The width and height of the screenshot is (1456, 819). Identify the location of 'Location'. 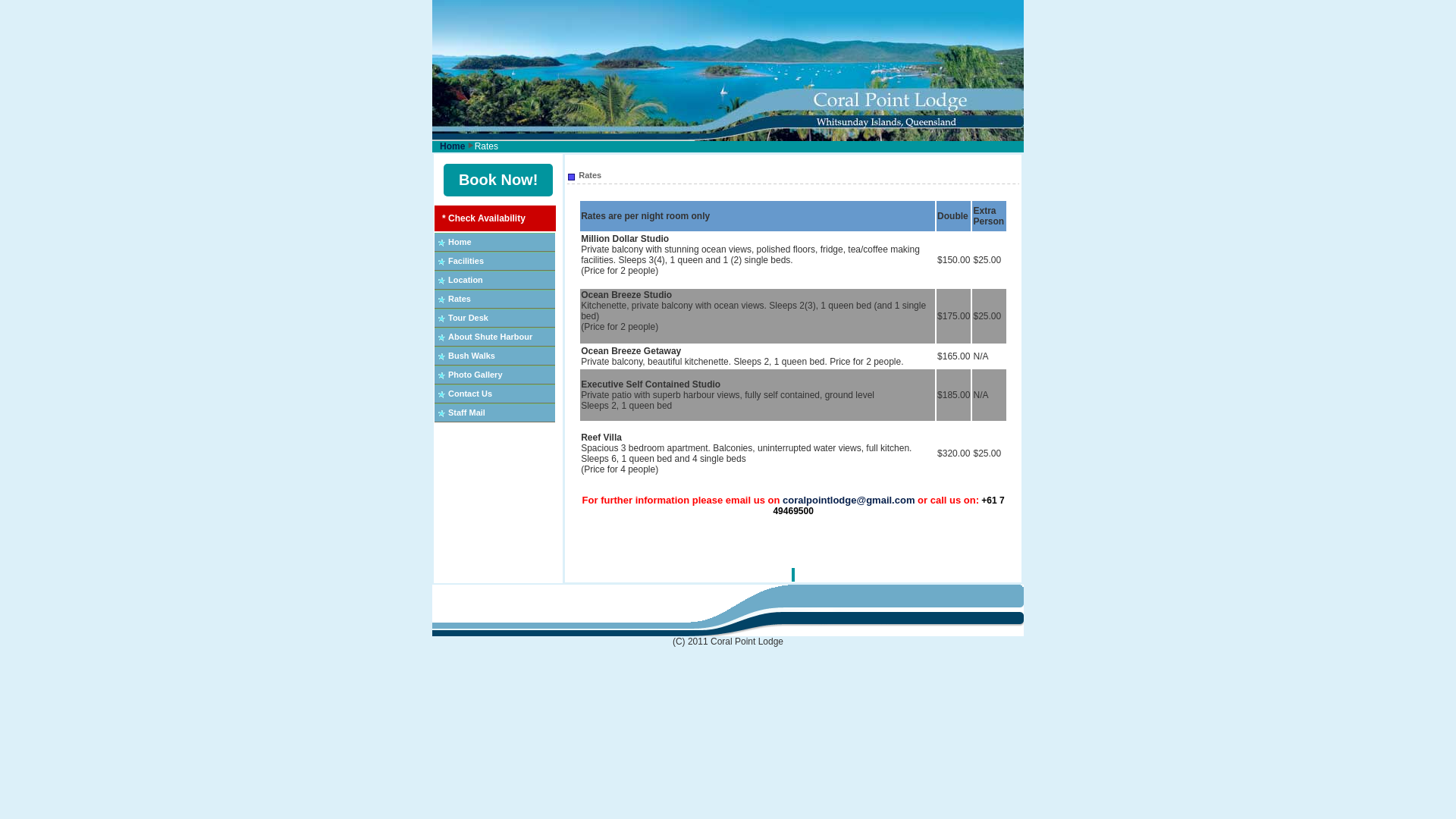
(465, 280).